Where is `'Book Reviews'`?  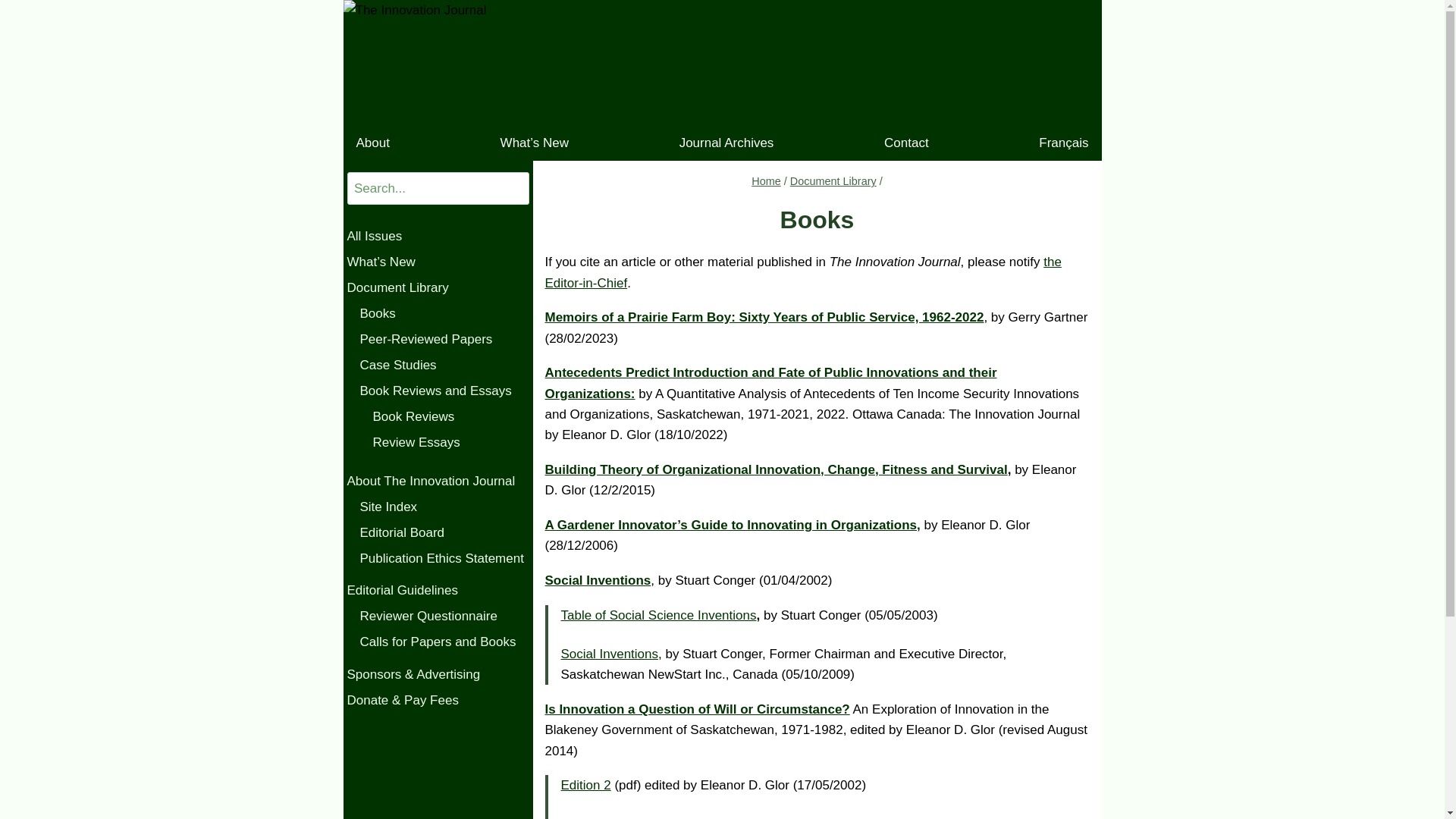 'Book Reviews' is located at coordinates (450, 417).